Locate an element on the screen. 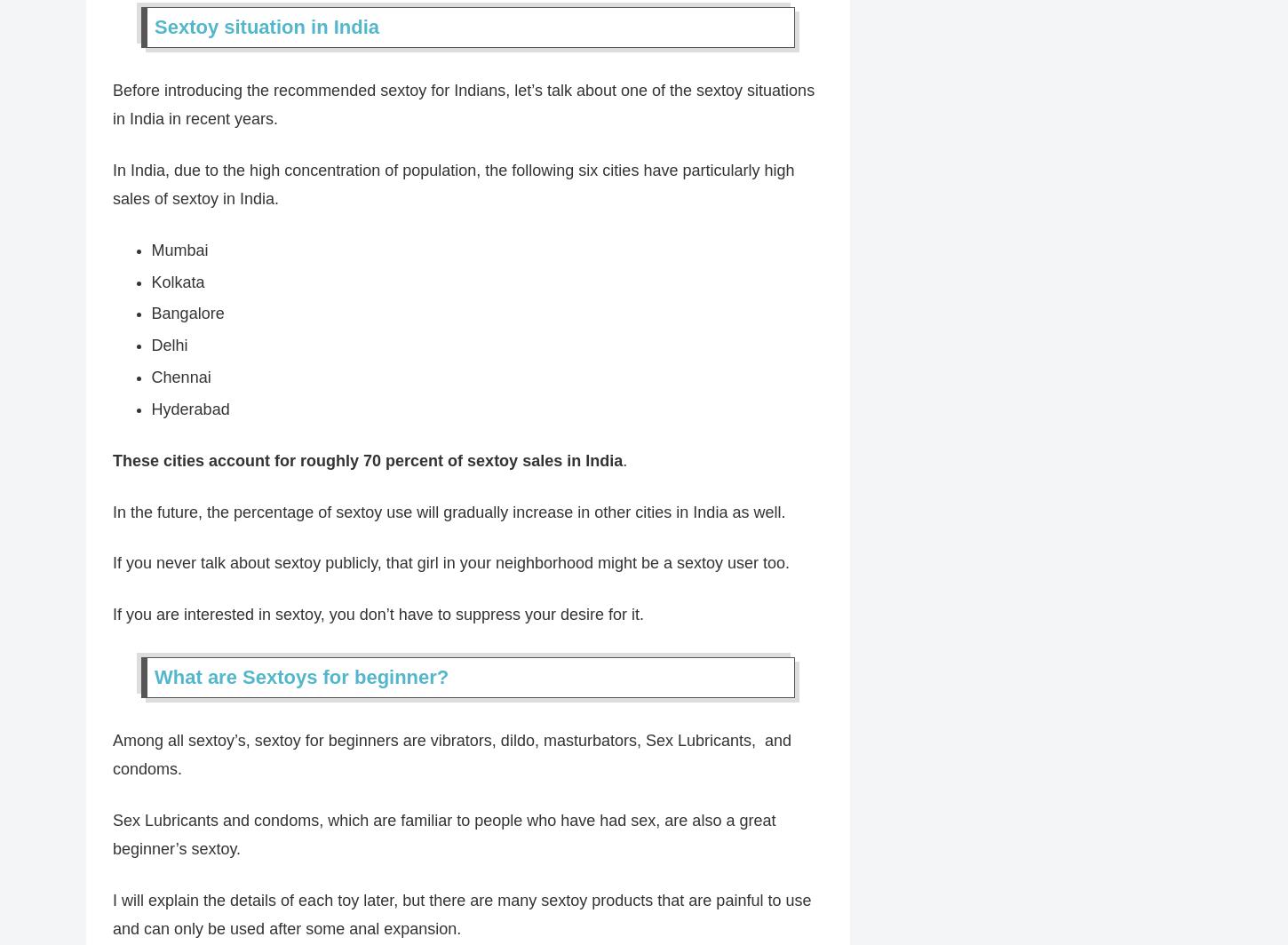  'If you never talk about sextoy publicly, that girl in your neighborhood might be a sextoy user too.' is located at coordinates (450, 563).